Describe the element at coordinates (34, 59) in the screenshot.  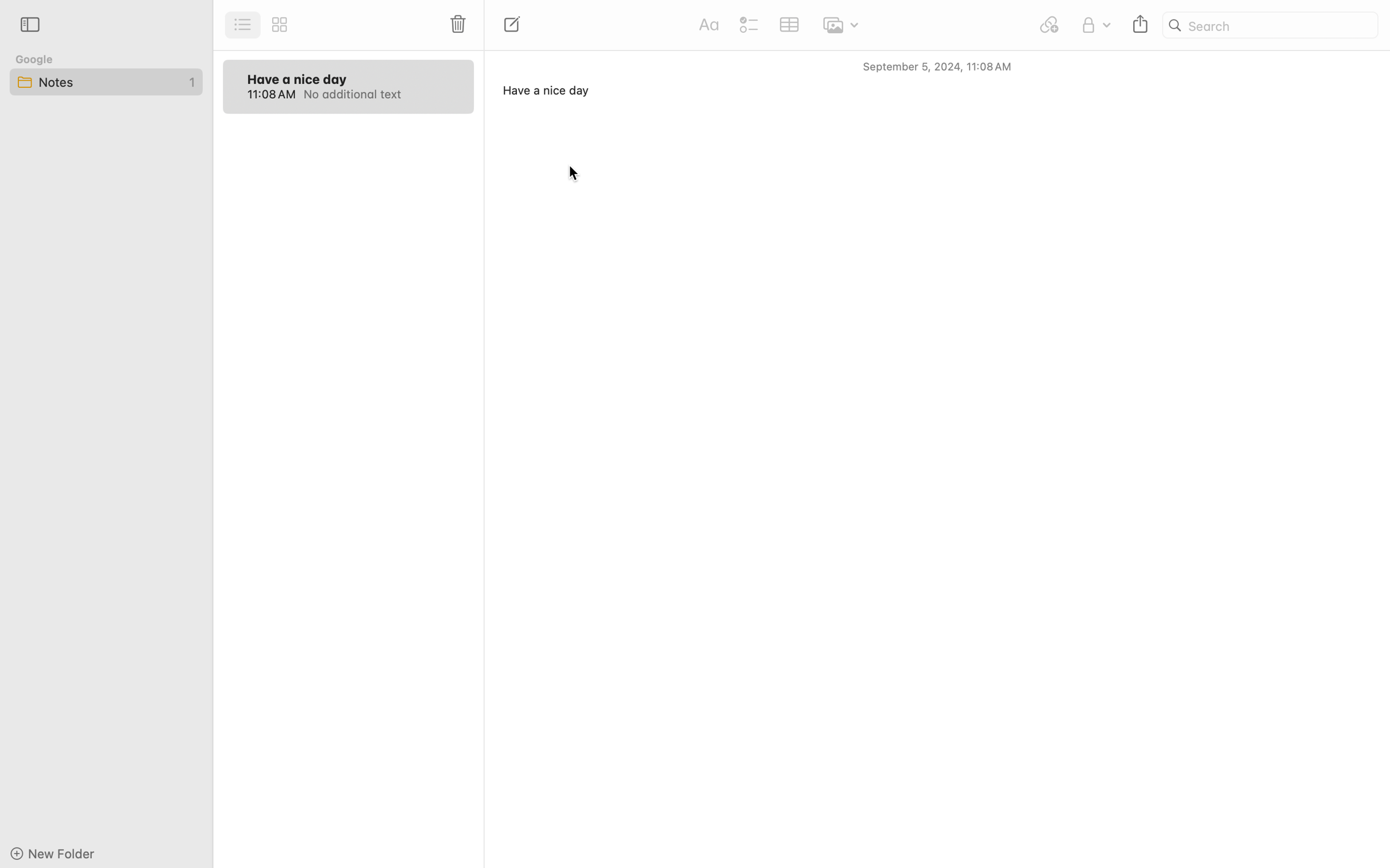
I see `'Google'` at that location.